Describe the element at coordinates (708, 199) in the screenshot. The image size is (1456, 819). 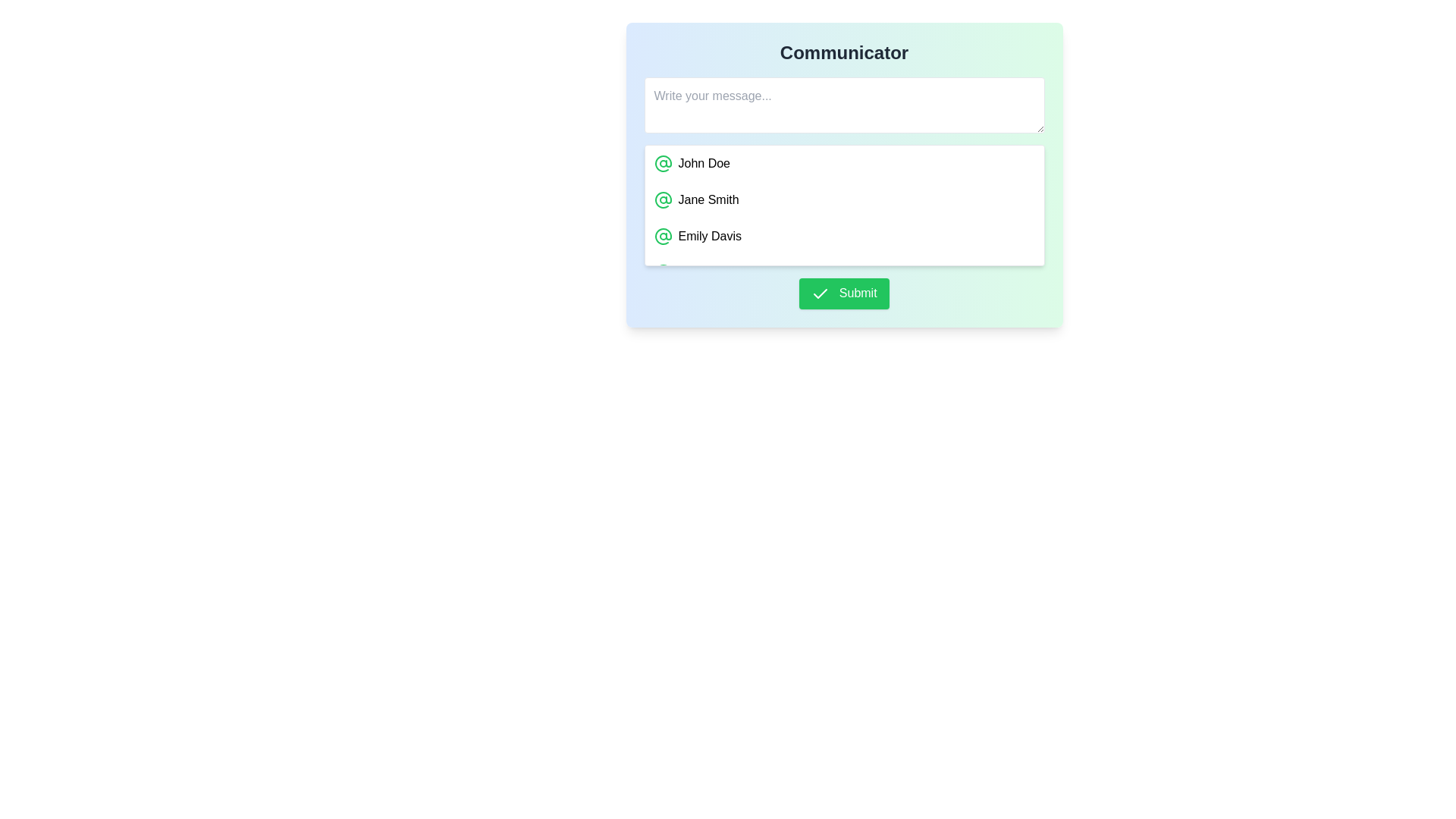
I see `the text label 'Jane Smith' in the user selection list` at that location.